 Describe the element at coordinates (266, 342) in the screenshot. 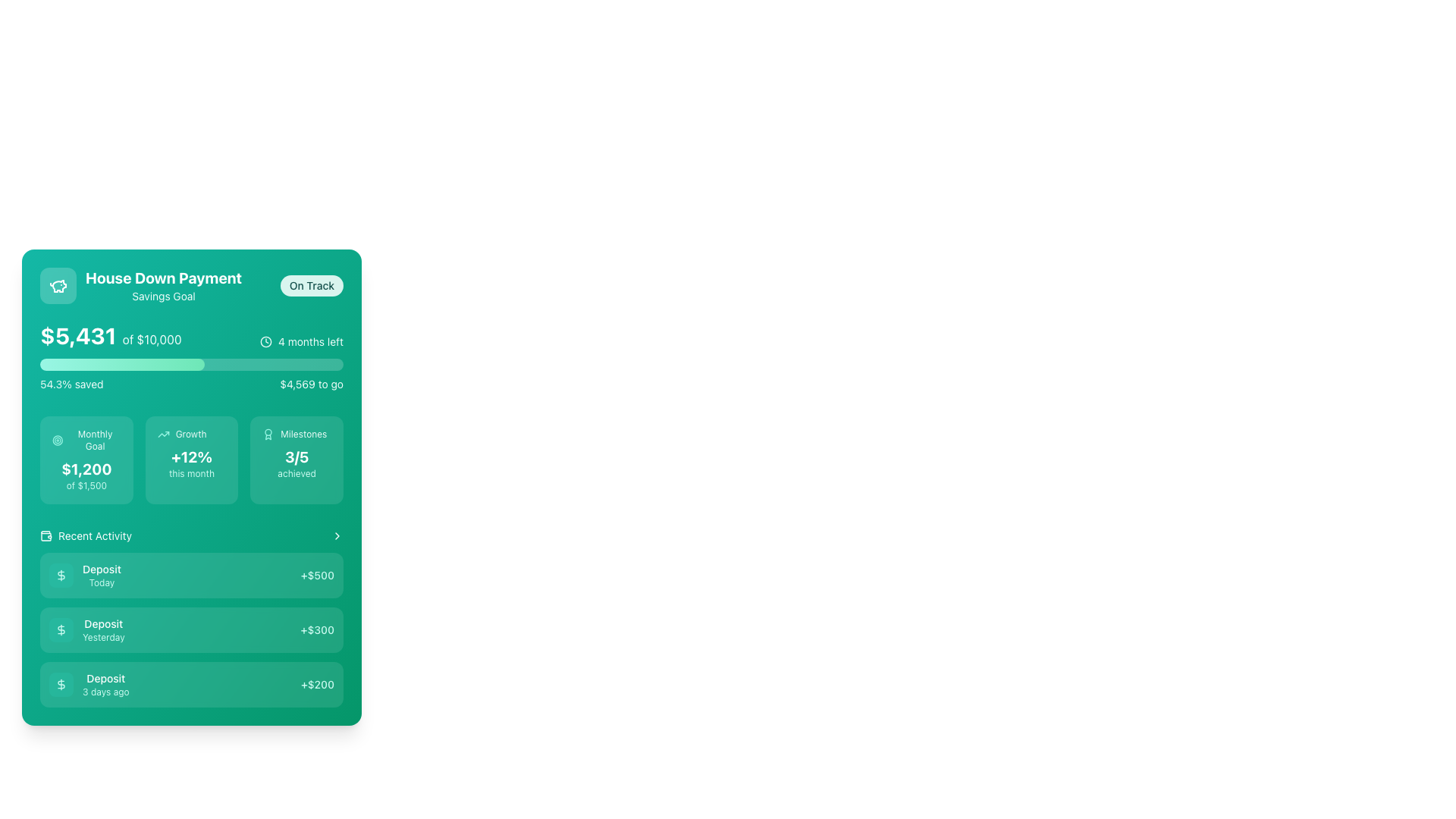

I see `the SVG Circle element that is part of the clock icon, located within the 'House Down Payment' card, above the progress bar and next to the '4 months left' text` at that location.